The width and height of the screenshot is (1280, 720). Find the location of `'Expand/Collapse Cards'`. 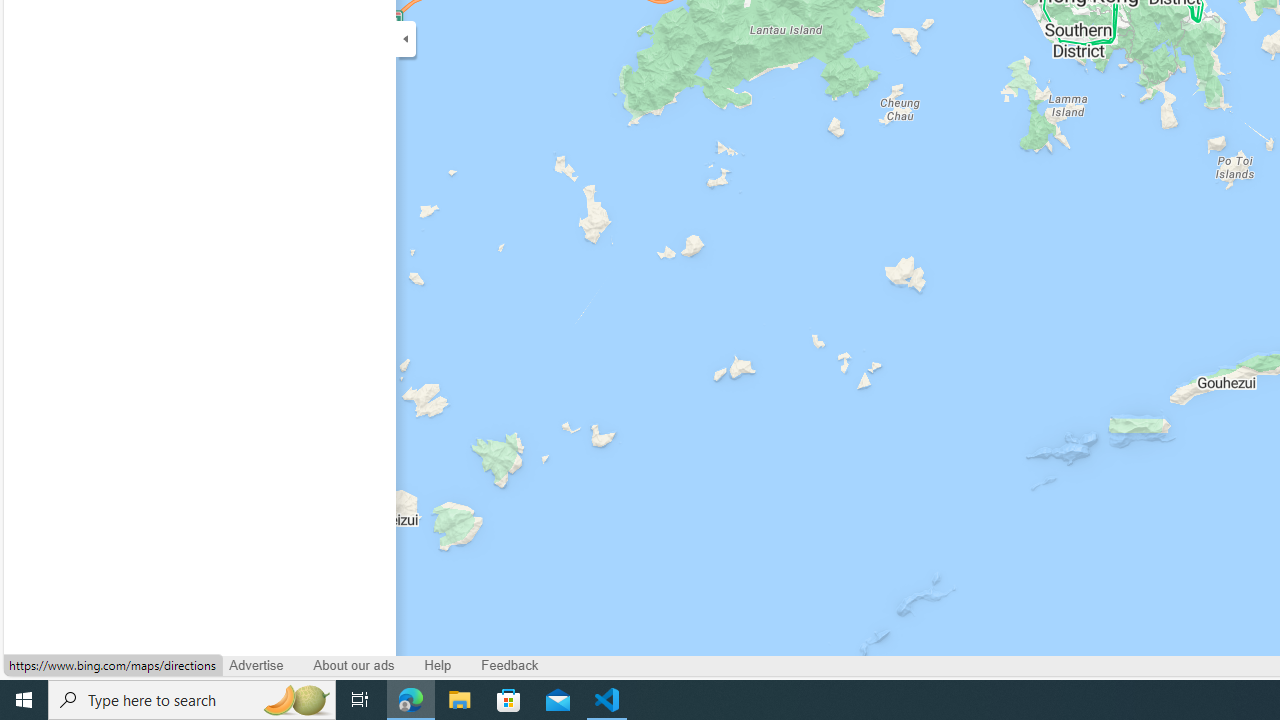

'Expand/Collapse Cards' is located at coordinates (404, 38).